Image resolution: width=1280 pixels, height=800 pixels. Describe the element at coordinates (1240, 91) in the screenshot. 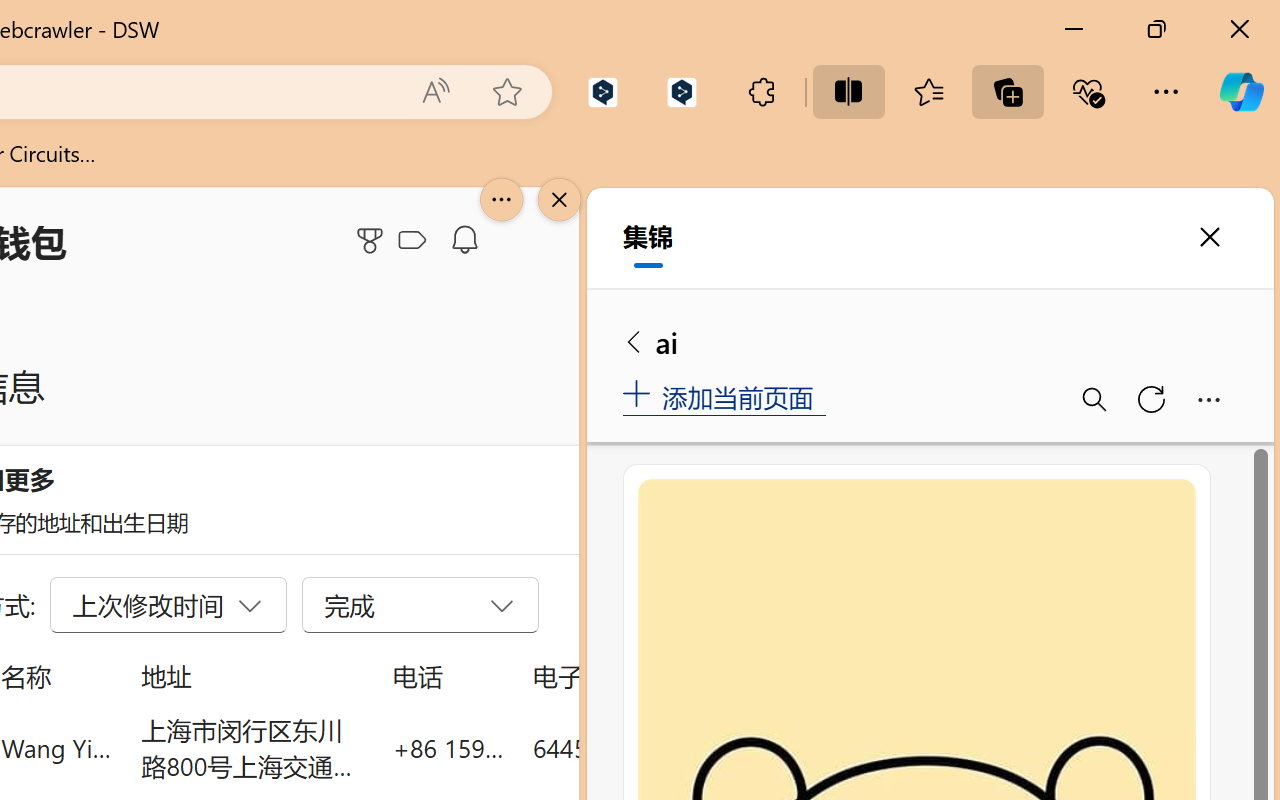

I see `'Copilot (Ctrl+Shift+.)'` at that location.